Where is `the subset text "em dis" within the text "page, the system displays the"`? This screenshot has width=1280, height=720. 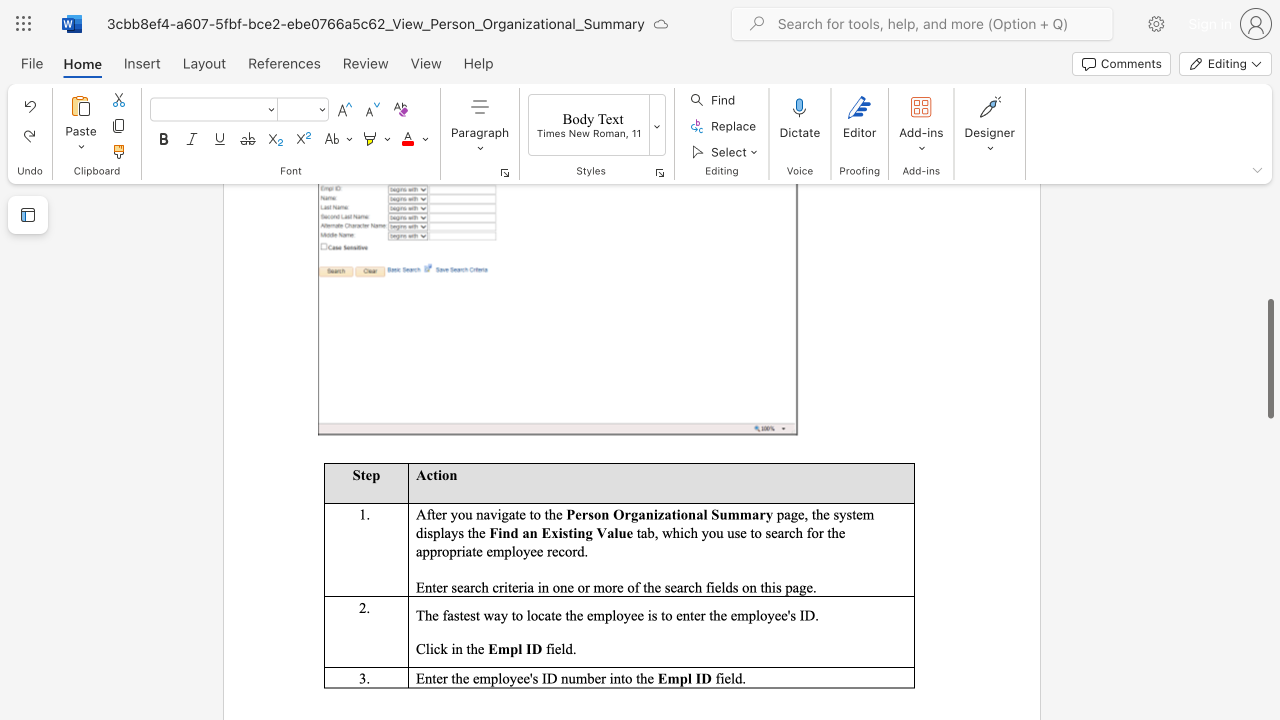
the subset text "em dis" within the text "page, the system displays the" is located at coordinates (856, 513).